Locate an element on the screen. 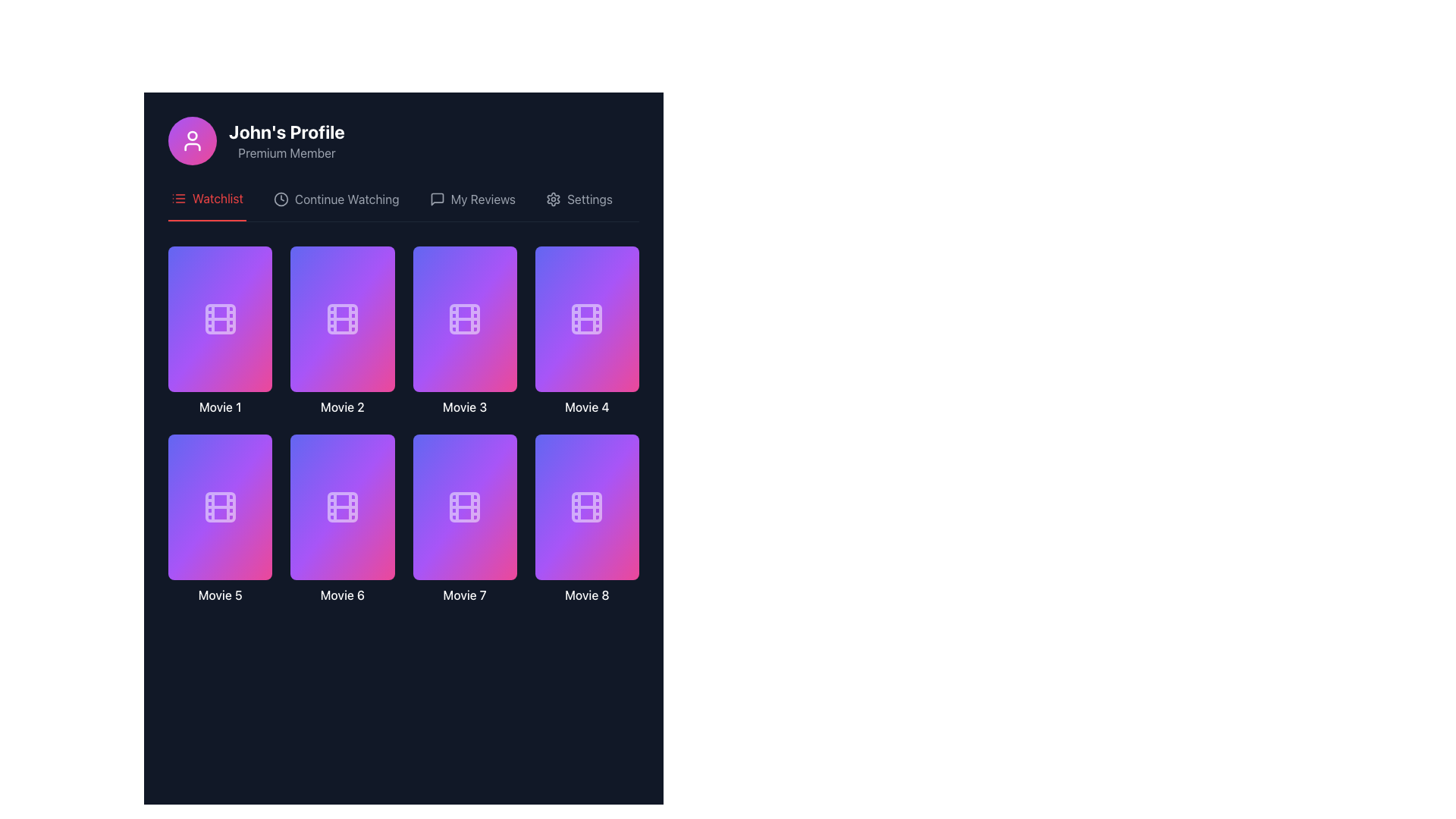 The image size is (1456, 819). the circular play button with a red background and a white play symbol, located in the eighth movie card labeled 'Movie 8' in the bottom-right corner of the grid is located at coordinates (586, 500).